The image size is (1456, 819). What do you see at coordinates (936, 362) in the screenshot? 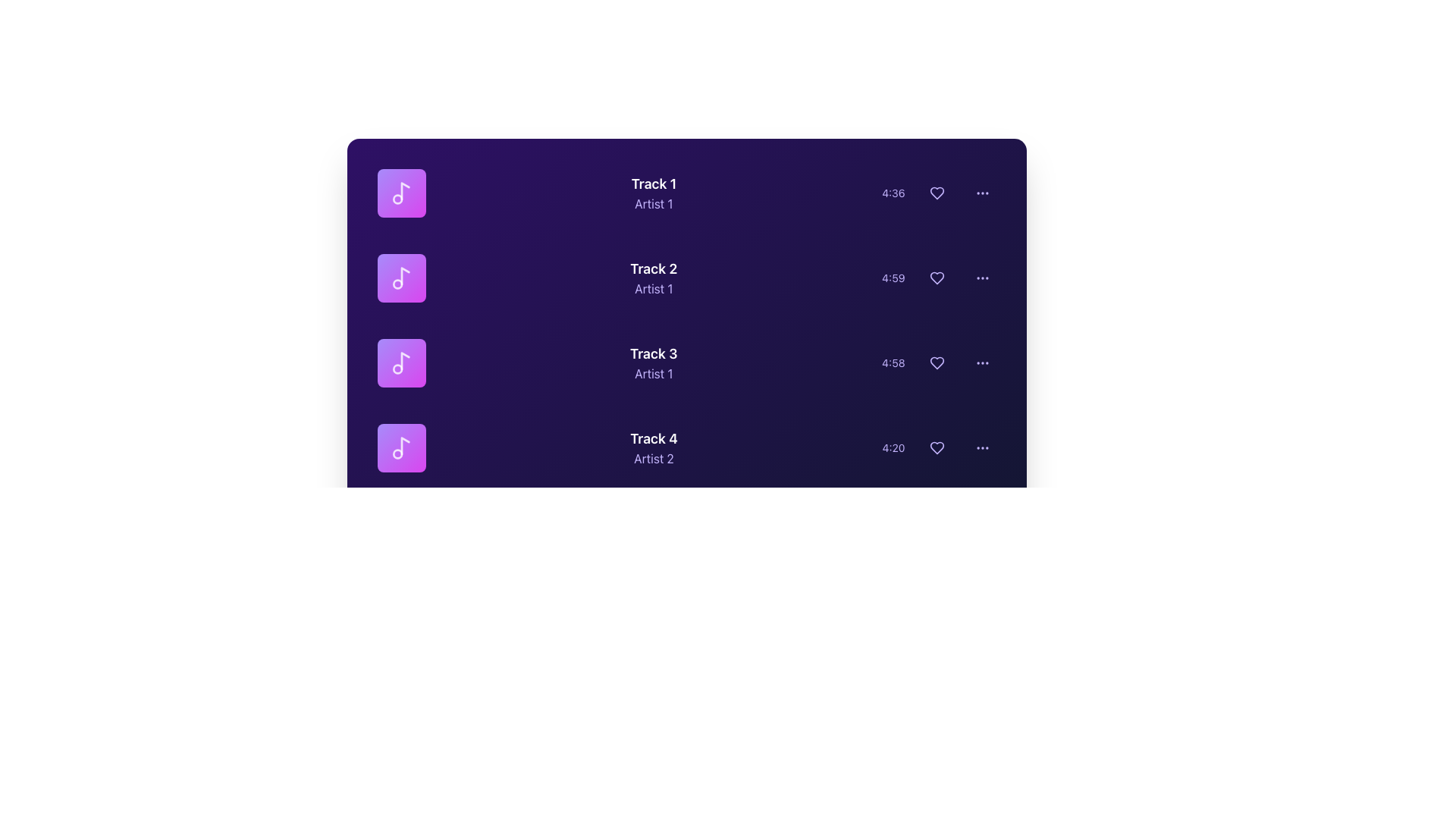
I see `the heart icon styled with a light purple color and an outline design, located to the far right of the row for 'Track 3' in the music playlist, to favorite or unfavorite the item` at bounding box center [936, 362].